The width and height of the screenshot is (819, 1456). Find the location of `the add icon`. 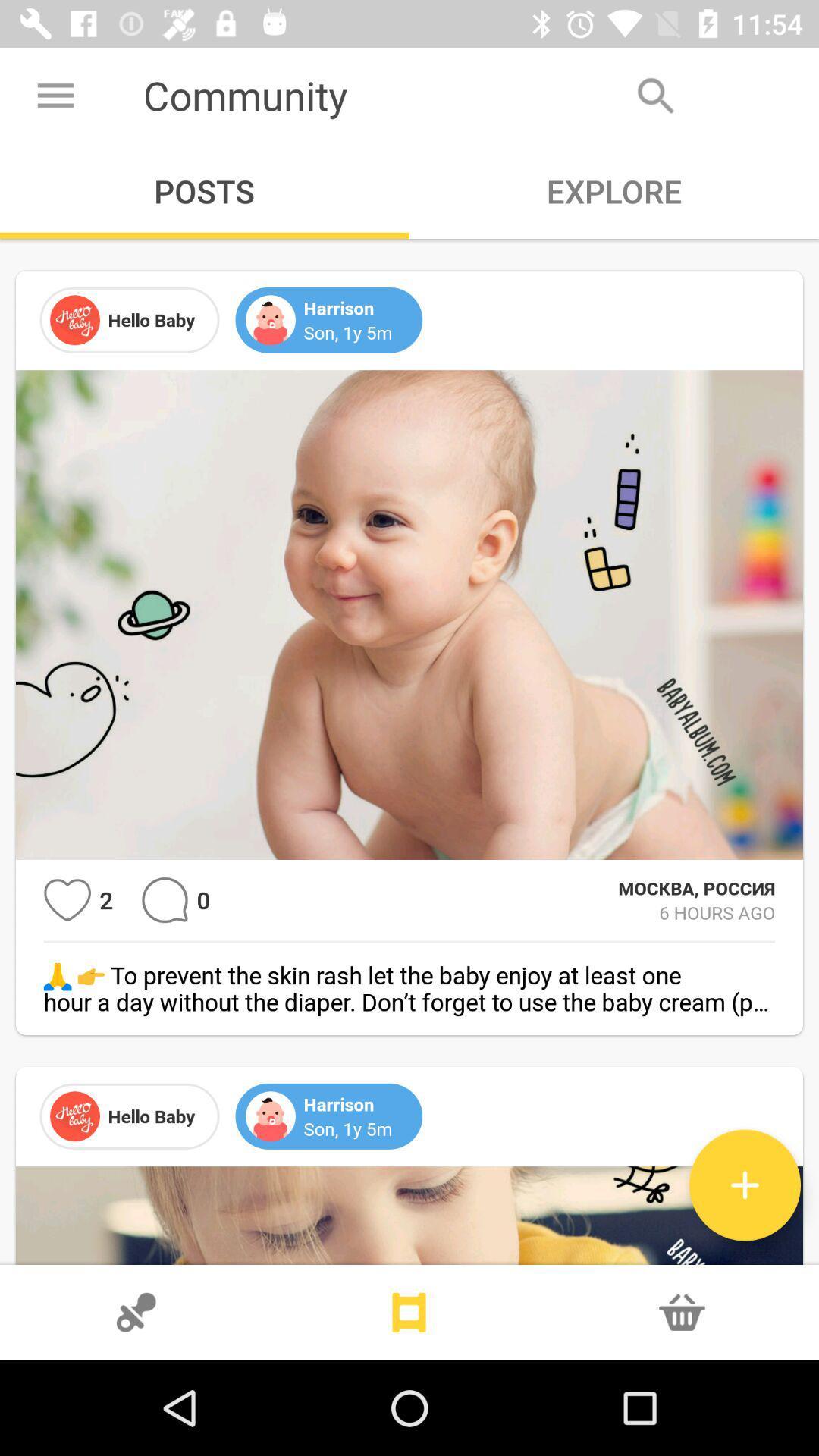

the add icon is located at coordinates (744, 1185).